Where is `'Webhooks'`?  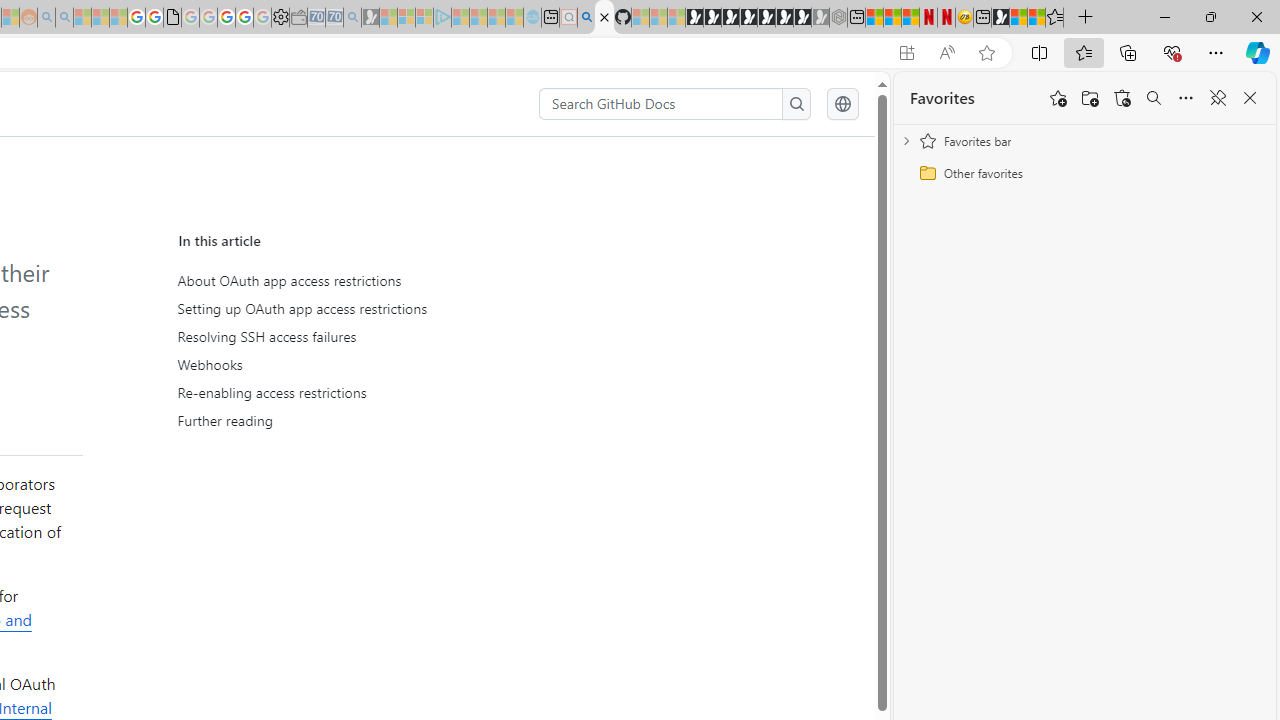 'Webhooks' is located at coordinates (362, 365).